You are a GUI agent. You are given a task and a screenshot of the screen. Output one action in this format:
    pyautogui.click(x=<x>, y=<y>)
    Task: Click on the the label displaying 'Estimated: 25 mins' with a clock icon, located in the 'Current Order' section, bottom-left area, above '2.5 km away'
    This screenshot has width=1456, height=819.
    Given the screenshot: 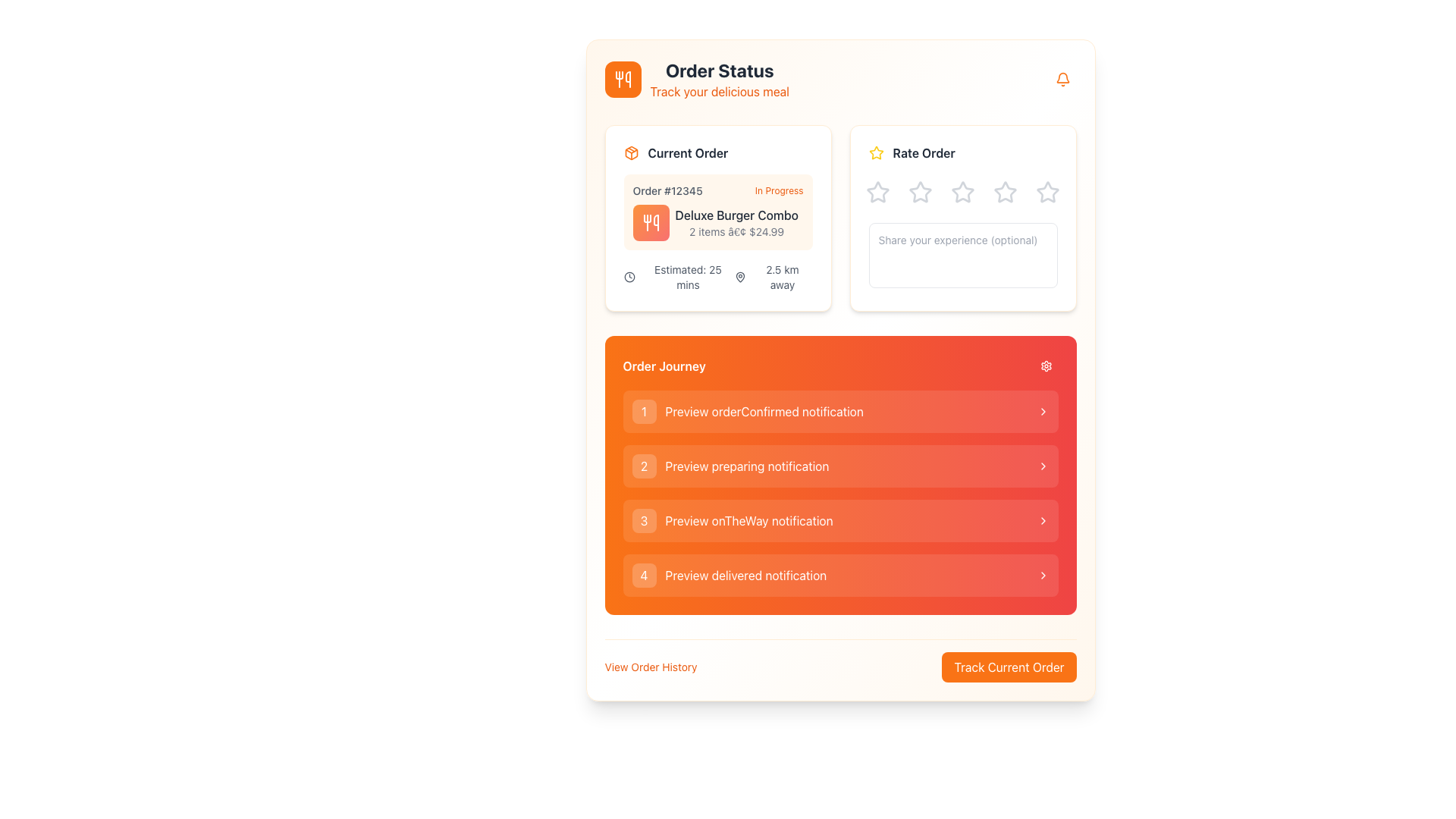 What is the action you would take?
    pyautogui.click(x=678, y=278)
    